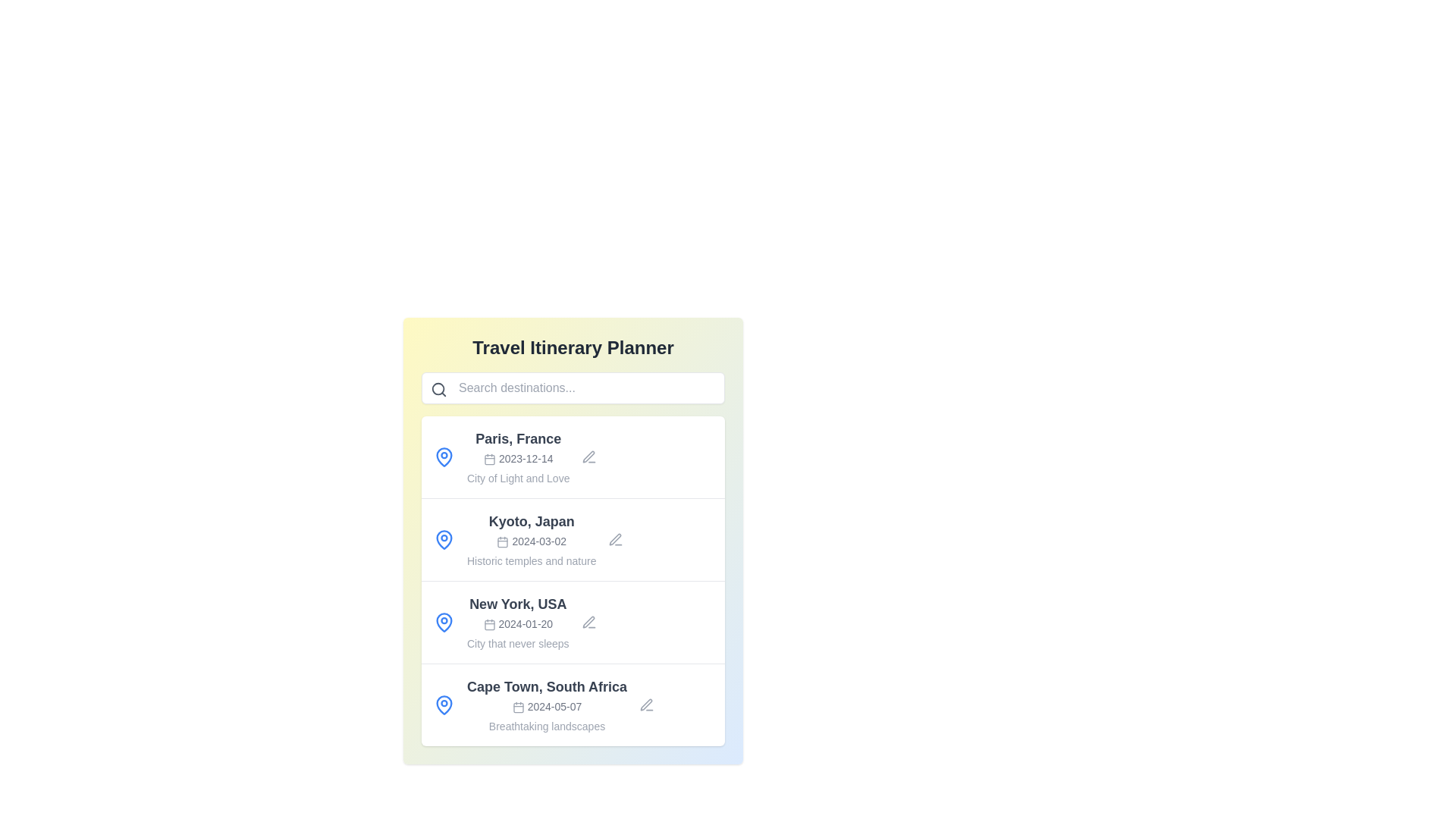 This screenshot has width=1456, height=819. Describe the element at coordinates (588, 622) in the screenshot. I see `the pen icon, which is a slanted graphic element in light gray color, located to the right of the 'New York, USA' entry in the travel destinations list` at that location.